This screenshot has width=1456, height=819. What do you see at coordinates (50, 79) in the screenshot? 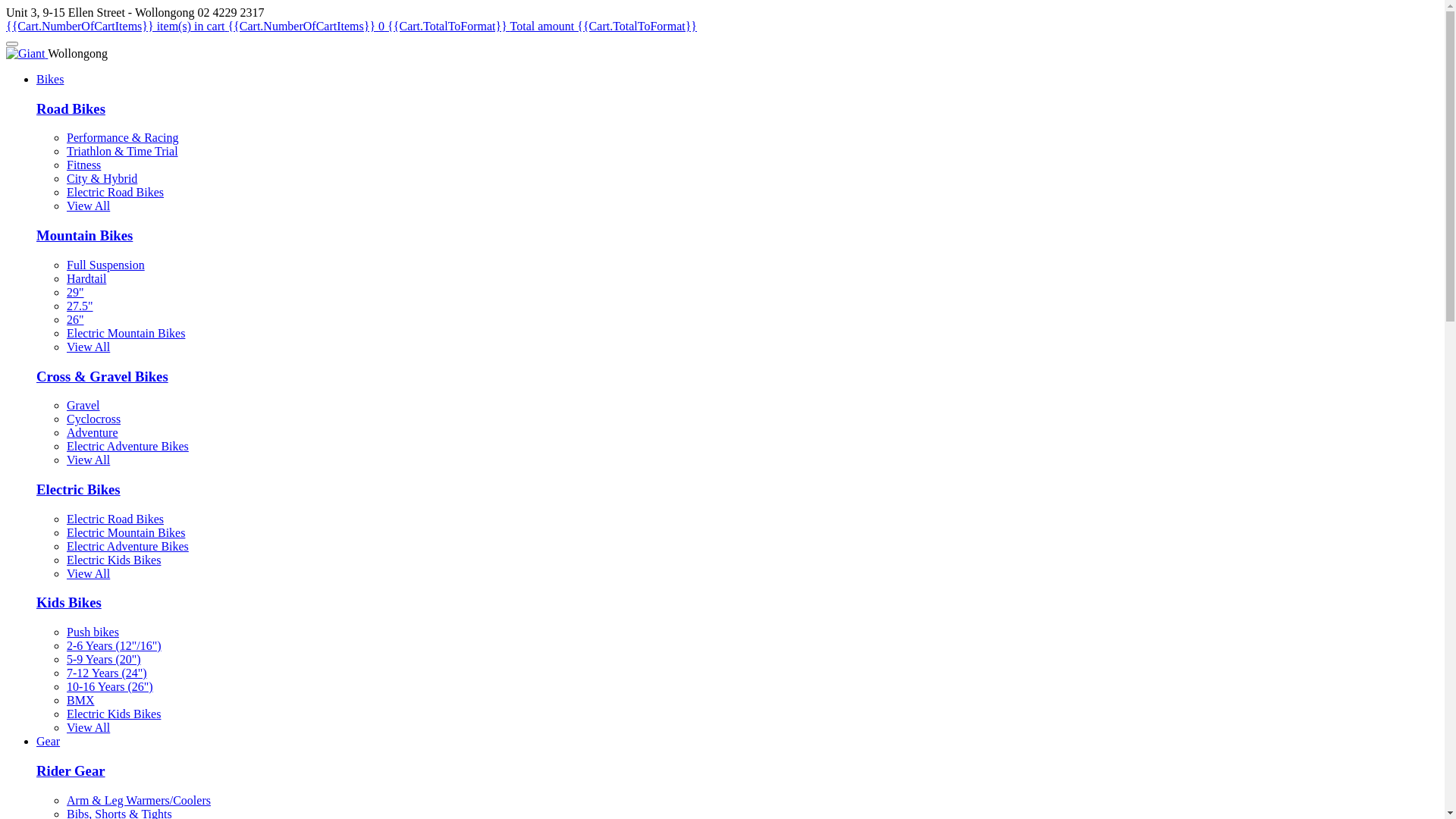
I see `'Bikes'` at bounding box center [50, 79].